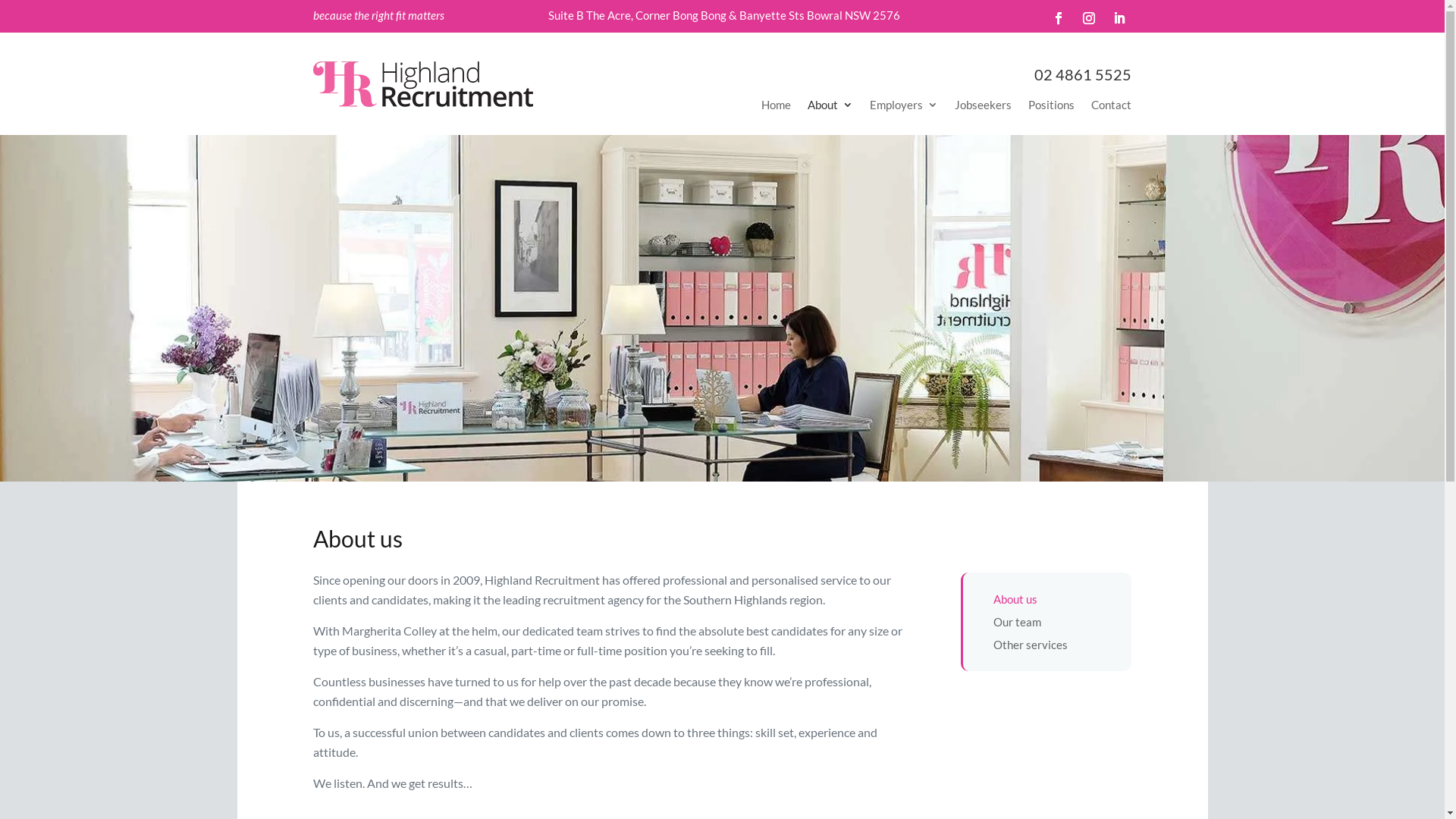 The width and height of the screenshot is (1456, 819). I want to click on 'Jobseekers', so click(983, 107).